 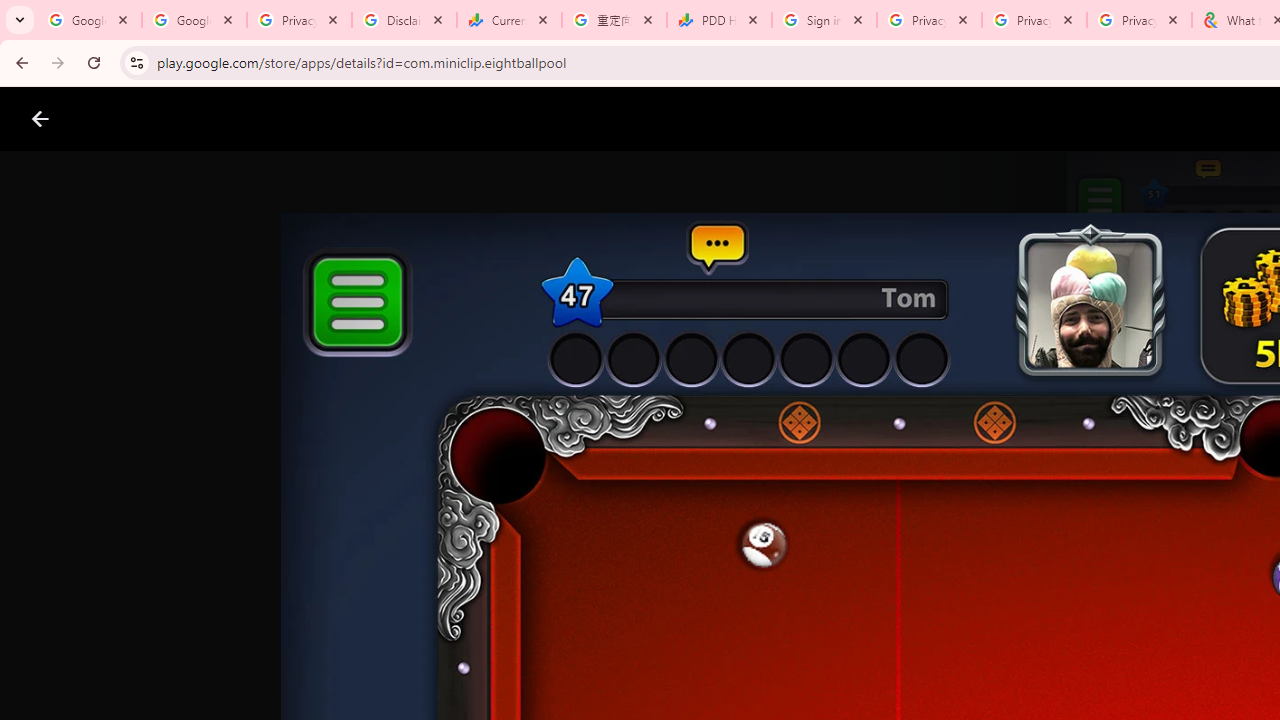 I want to click on 'Google Play logo', so click(x=111, y=119).